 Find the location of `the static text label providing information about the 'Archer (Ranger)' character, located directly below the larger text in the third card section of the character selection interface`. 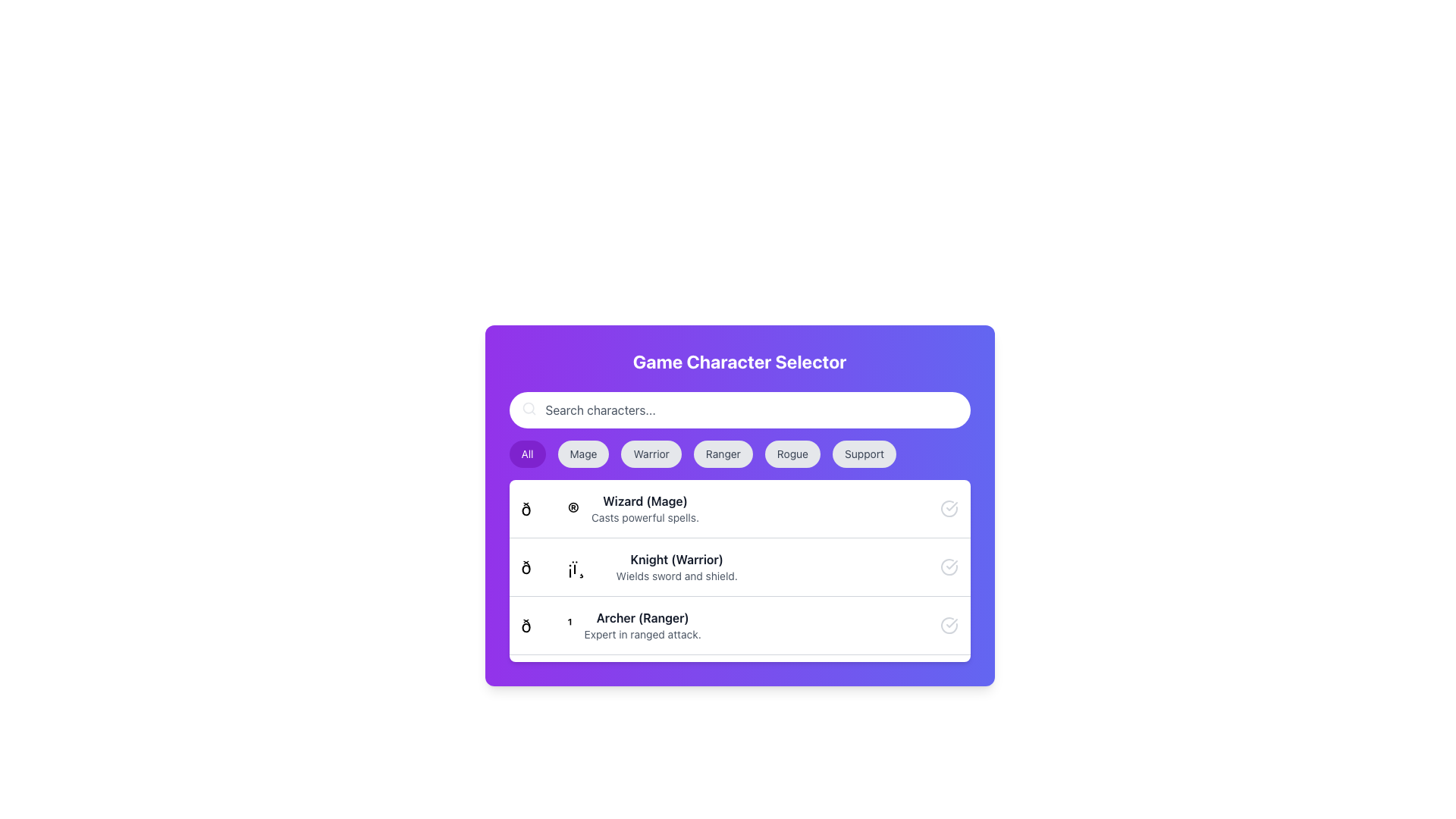

the static text label providing information about the 'Archer (Ranger)' character, located directly below the larger text in the third card section of the character selection interface is located at coordinates (642, 635).